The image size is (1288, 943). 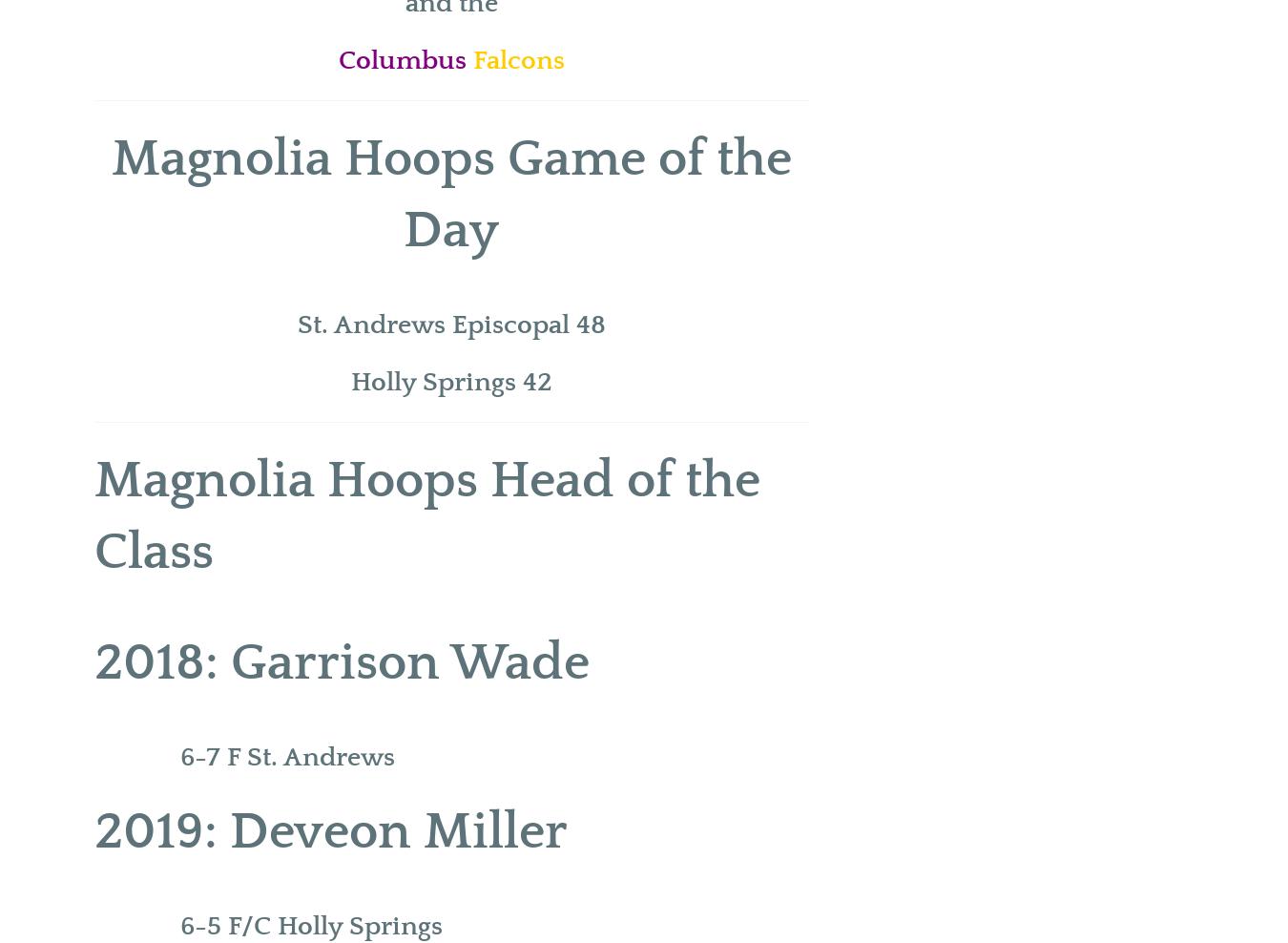 What do you see at coordinates (405, 60) in the screenshot?
I see `'Columbus'` at bounding box center [405, 60].